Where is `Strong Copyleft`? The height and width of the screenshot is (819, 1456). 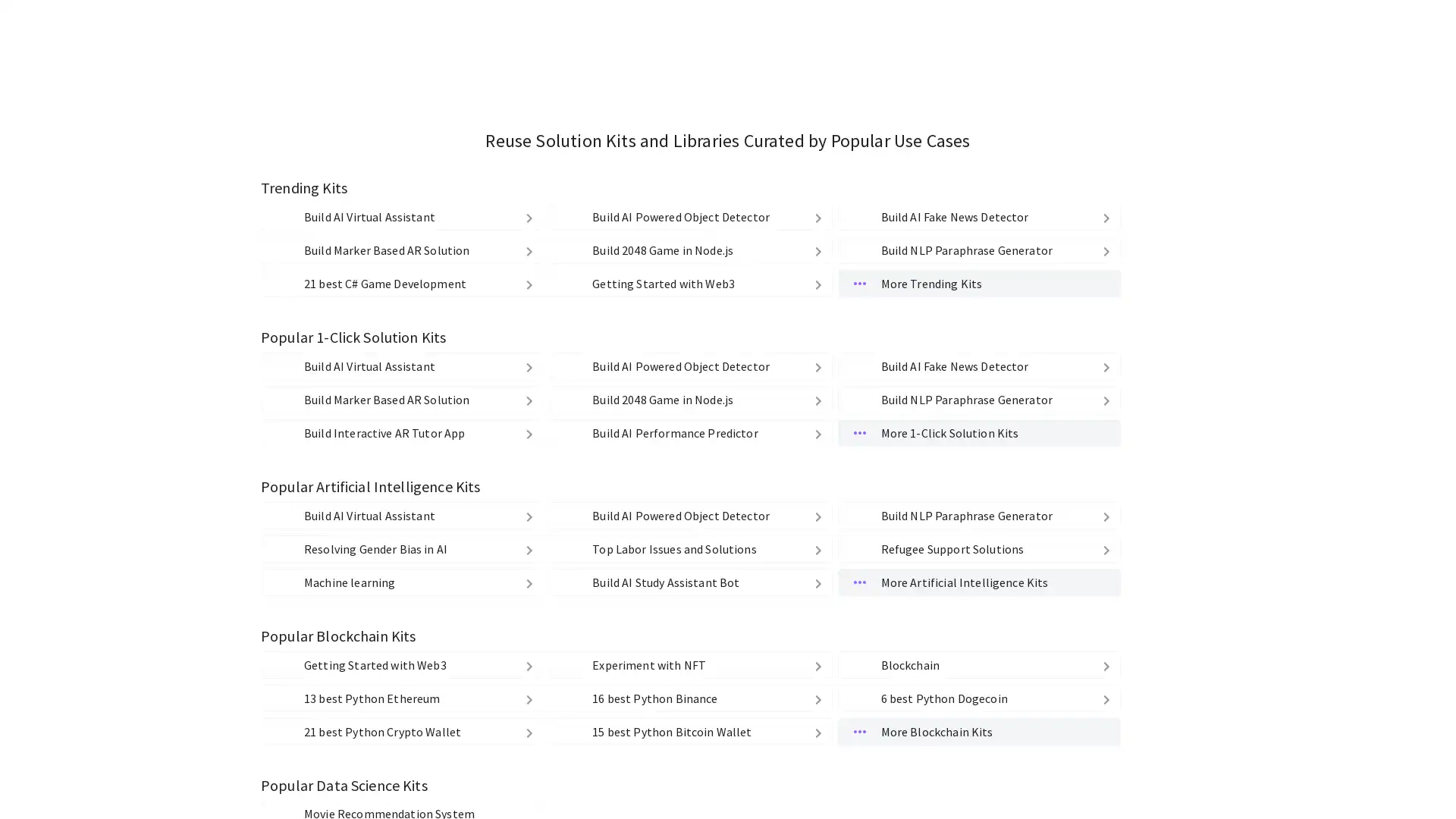
Strong Copyleft is located at coordinates (495, 447).